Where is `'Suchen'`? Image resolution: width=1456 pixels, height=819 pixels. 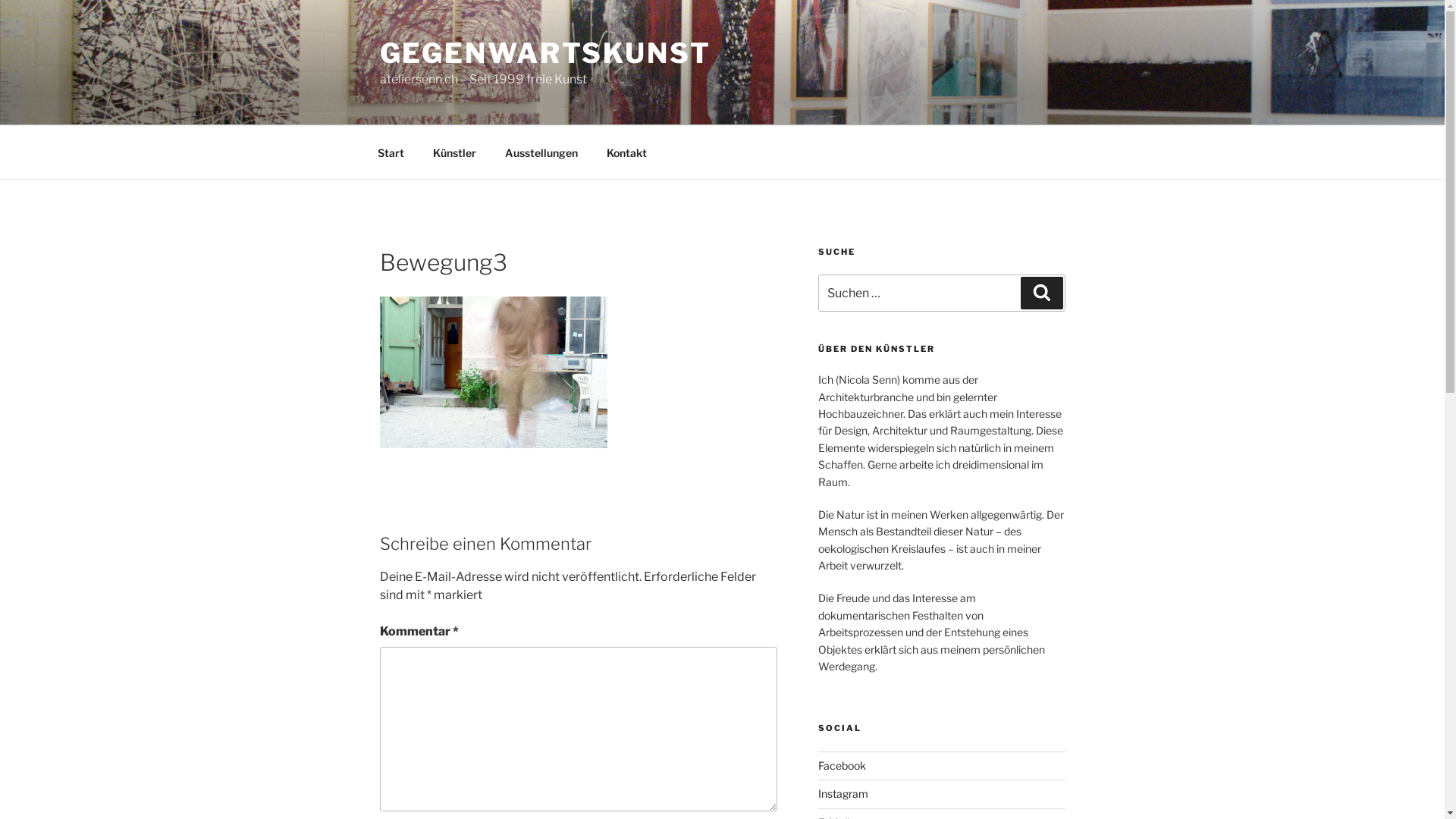 'Suchen' is located at coordinates (1040, 292).